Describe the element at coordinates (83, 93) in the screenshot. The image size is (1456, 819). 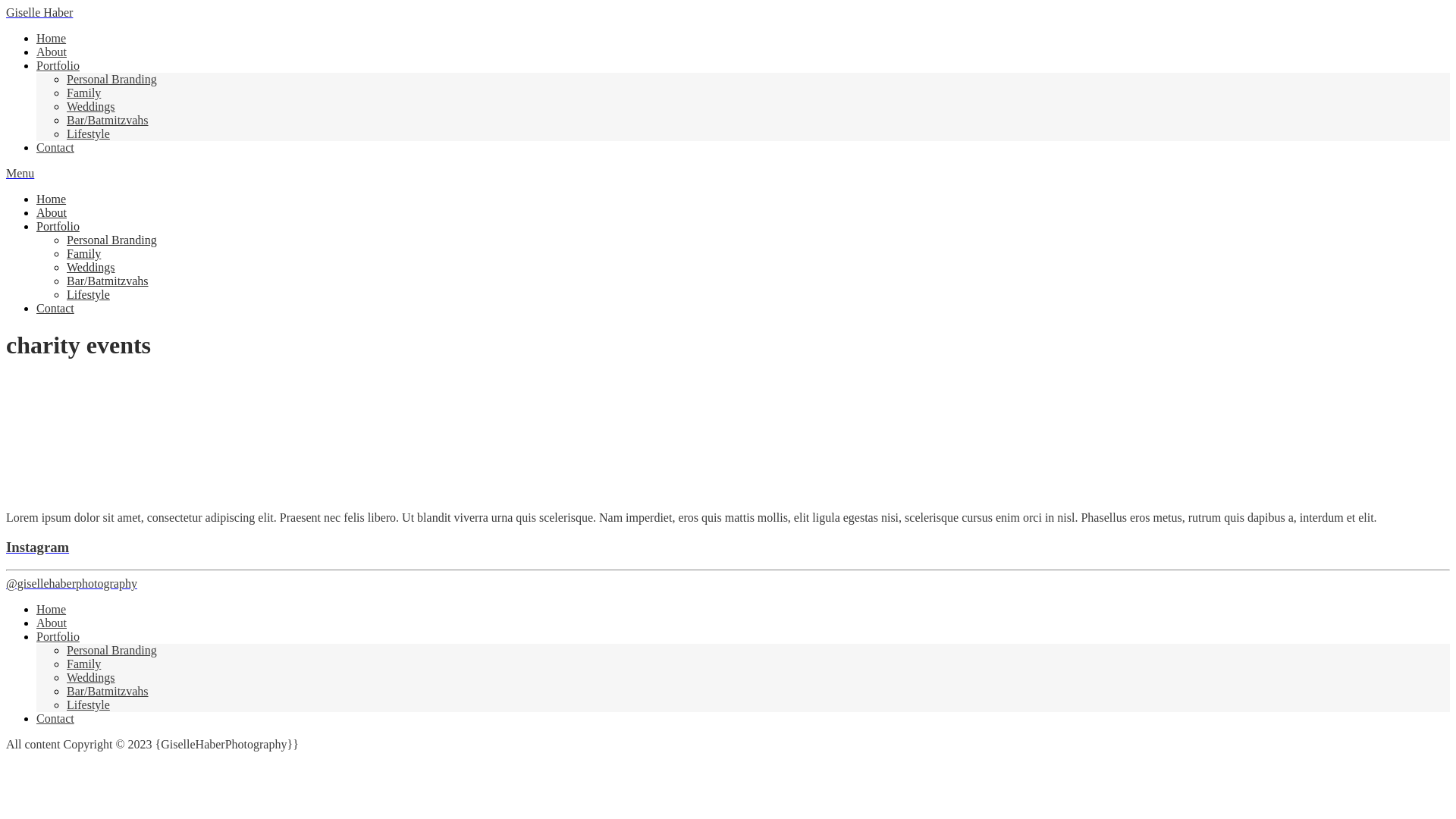
I see `'Family'` at that location.